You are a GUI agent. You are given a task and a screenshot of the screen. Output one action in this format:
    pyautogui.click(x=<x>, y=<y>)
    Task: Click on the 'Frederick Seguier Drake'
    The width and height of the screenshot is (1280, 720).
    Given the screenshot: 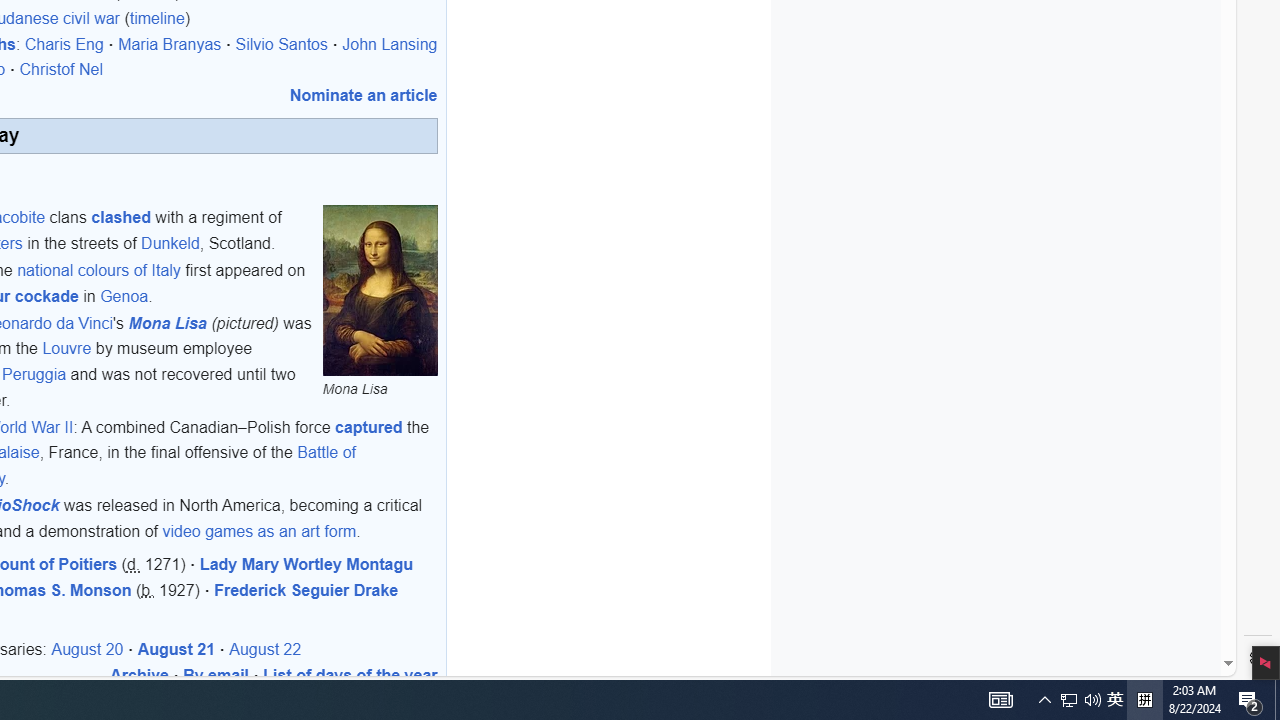 What is the action you would take?
    pyautogui.click(x=305, y=589)
    